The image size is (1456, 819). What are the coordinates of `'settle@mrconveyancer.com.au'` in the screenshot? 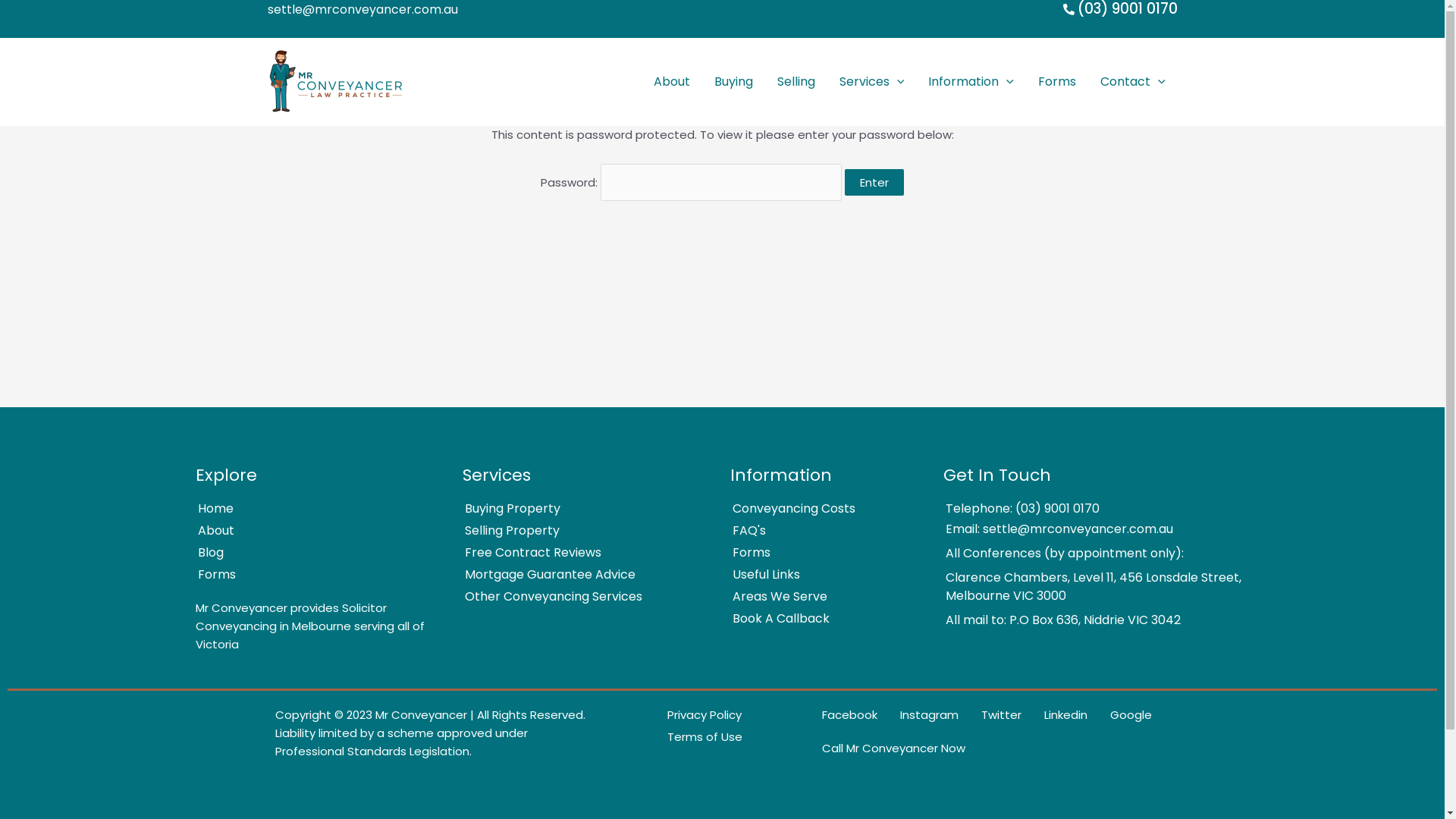 It's located at (361, 8).